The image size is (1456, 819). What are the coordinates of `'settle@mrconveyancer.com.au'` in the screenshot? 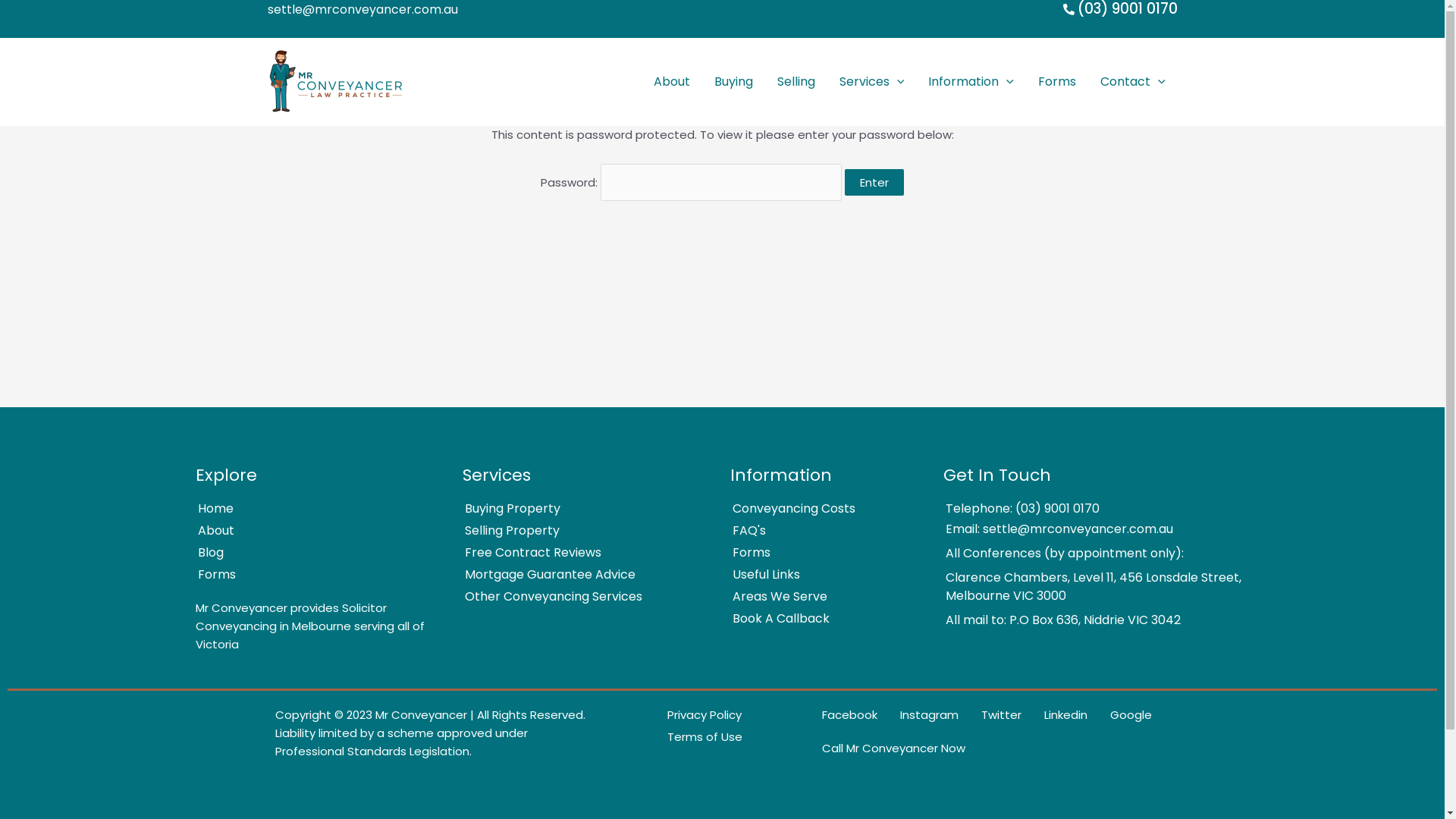 It's located at (361, 8).